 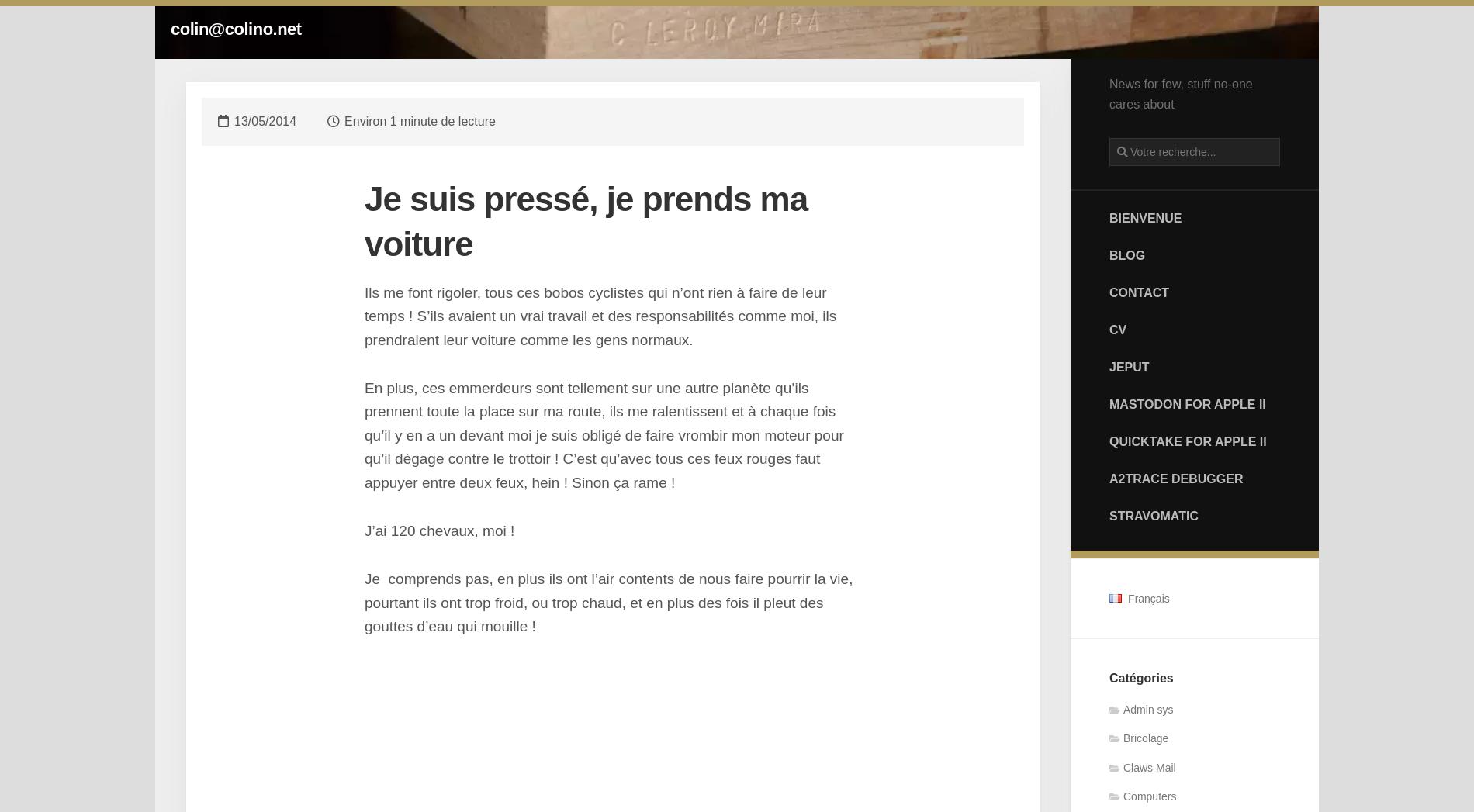 What do you see at coordinates (1146, 738) in the screenshot?
I see `'Bricolage'` at bounding box center [1146, 738].